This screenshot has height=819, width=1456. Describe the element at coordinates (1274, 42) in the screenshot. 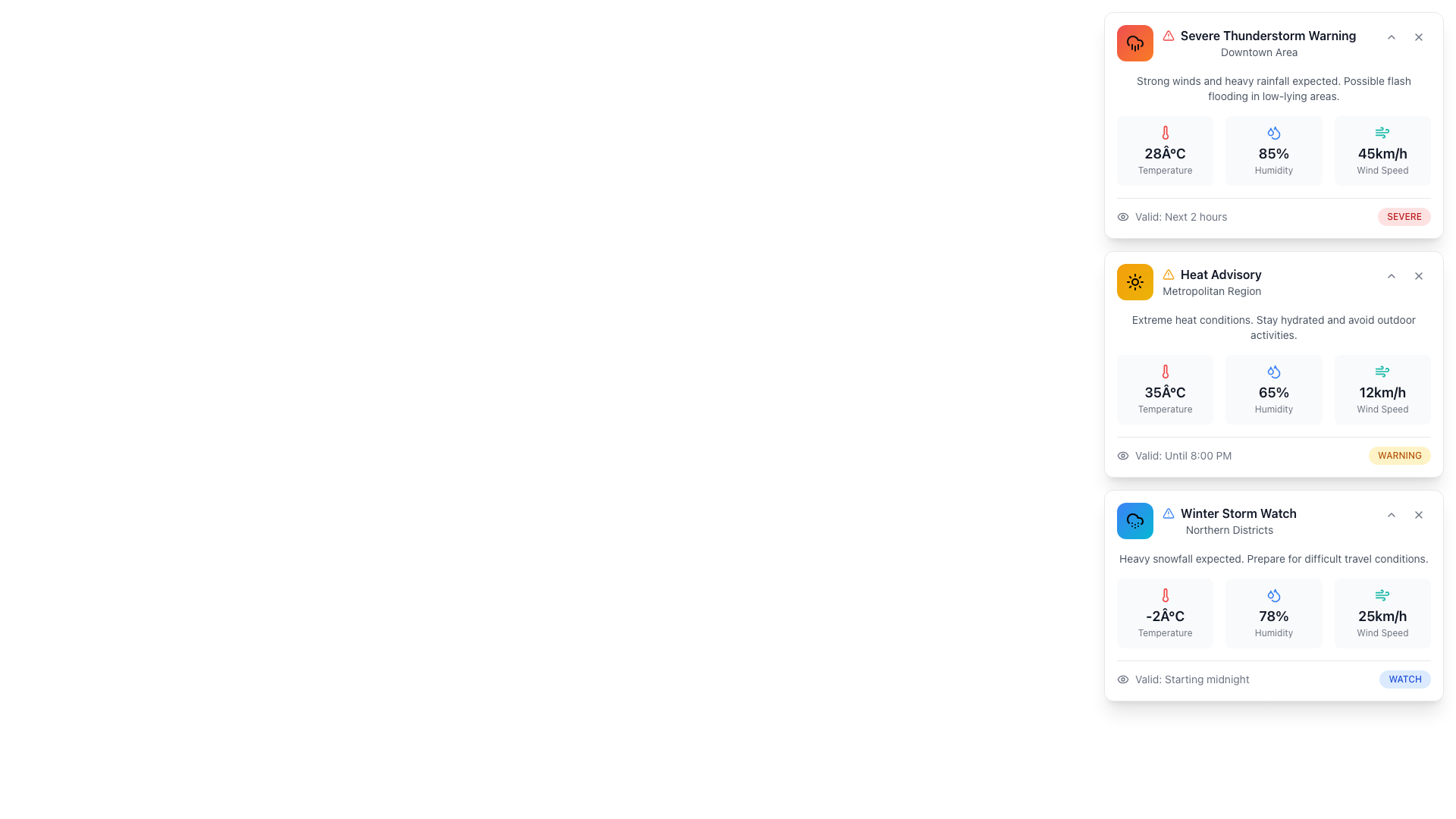

I see `warning header with the icon that states 'Severe Thunderstorm Warning' and the subheading 'Downtown Area'` at that location.